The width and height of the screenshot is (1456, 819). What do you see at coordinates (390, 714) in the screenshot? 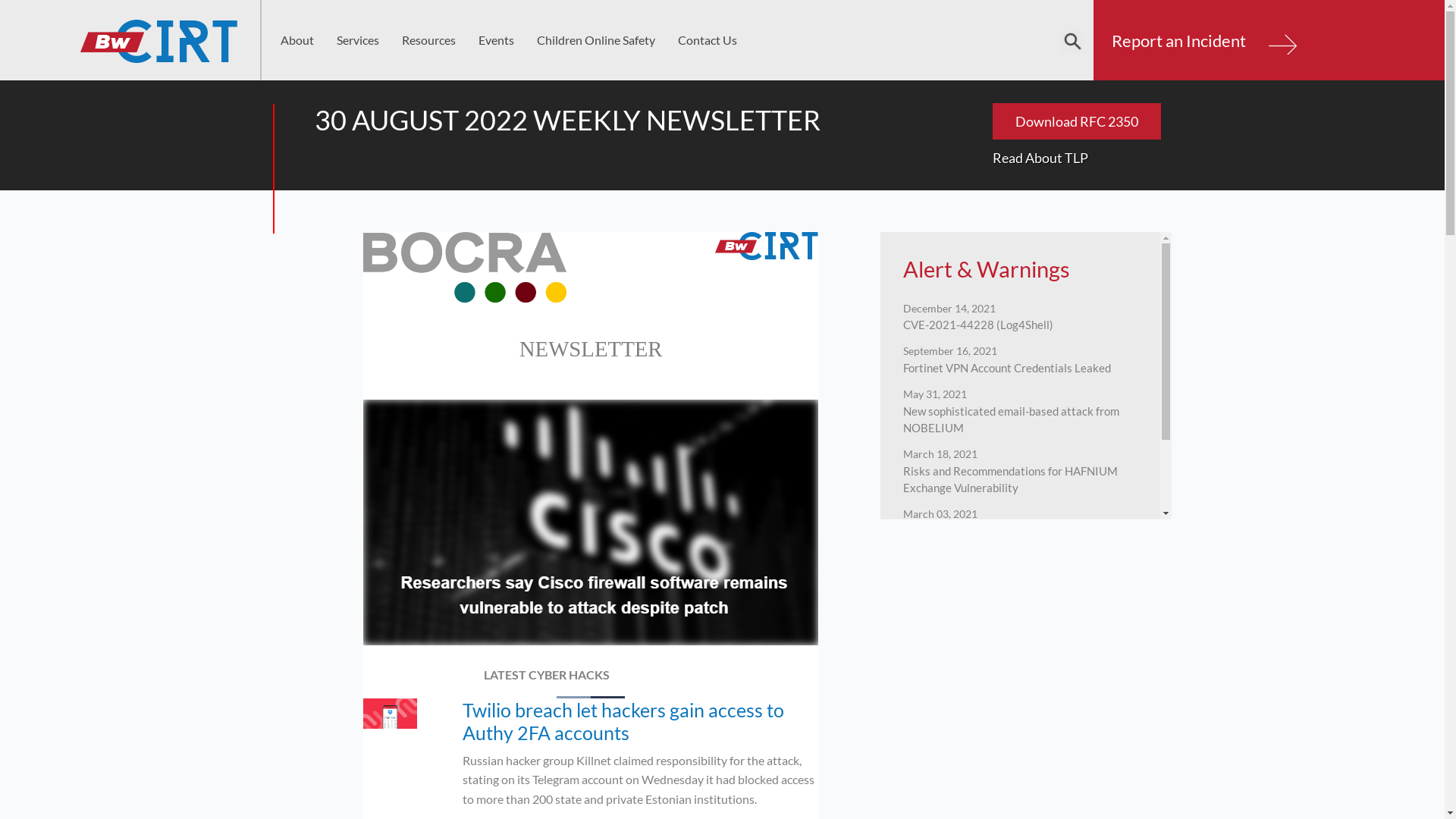
I see `'icon'` at bounding box center [390, 714].